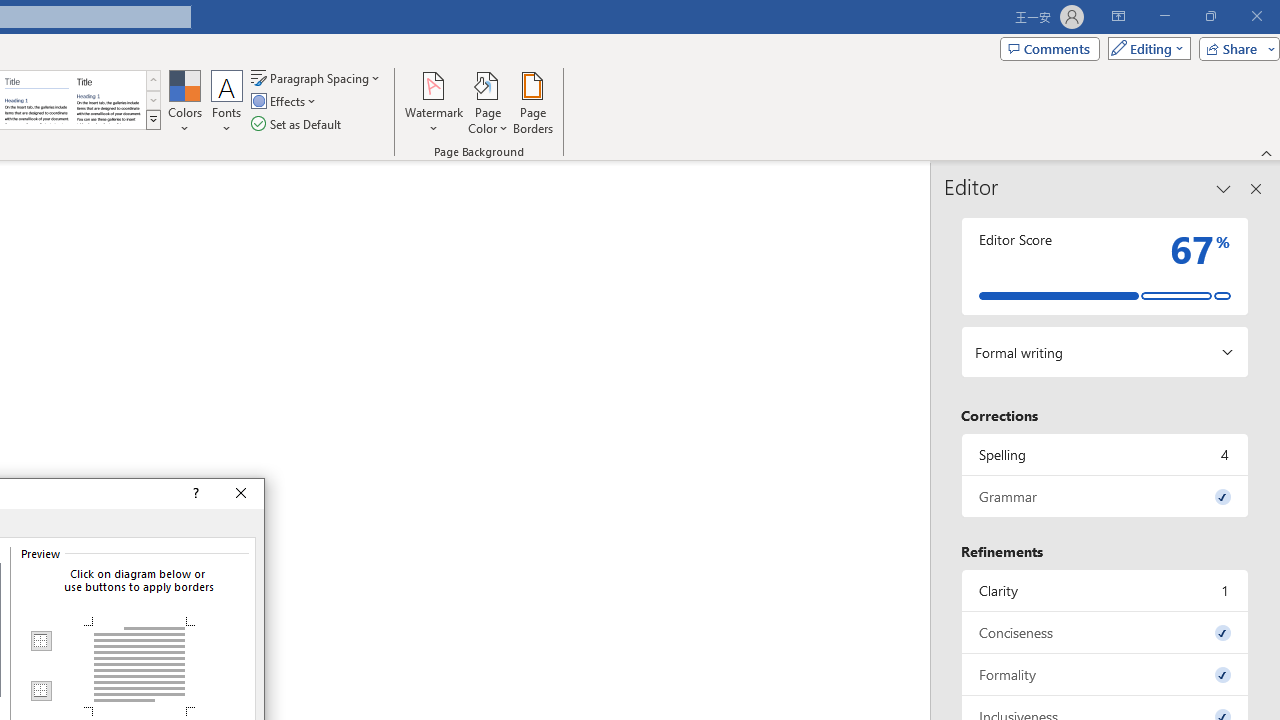 This screenshot has height=720, width=1280. Describe the element at coordinates (1104, 589) in the screenshot. I see `'Clarity, 1 issue. Press space or enter to review items.'` at that location.